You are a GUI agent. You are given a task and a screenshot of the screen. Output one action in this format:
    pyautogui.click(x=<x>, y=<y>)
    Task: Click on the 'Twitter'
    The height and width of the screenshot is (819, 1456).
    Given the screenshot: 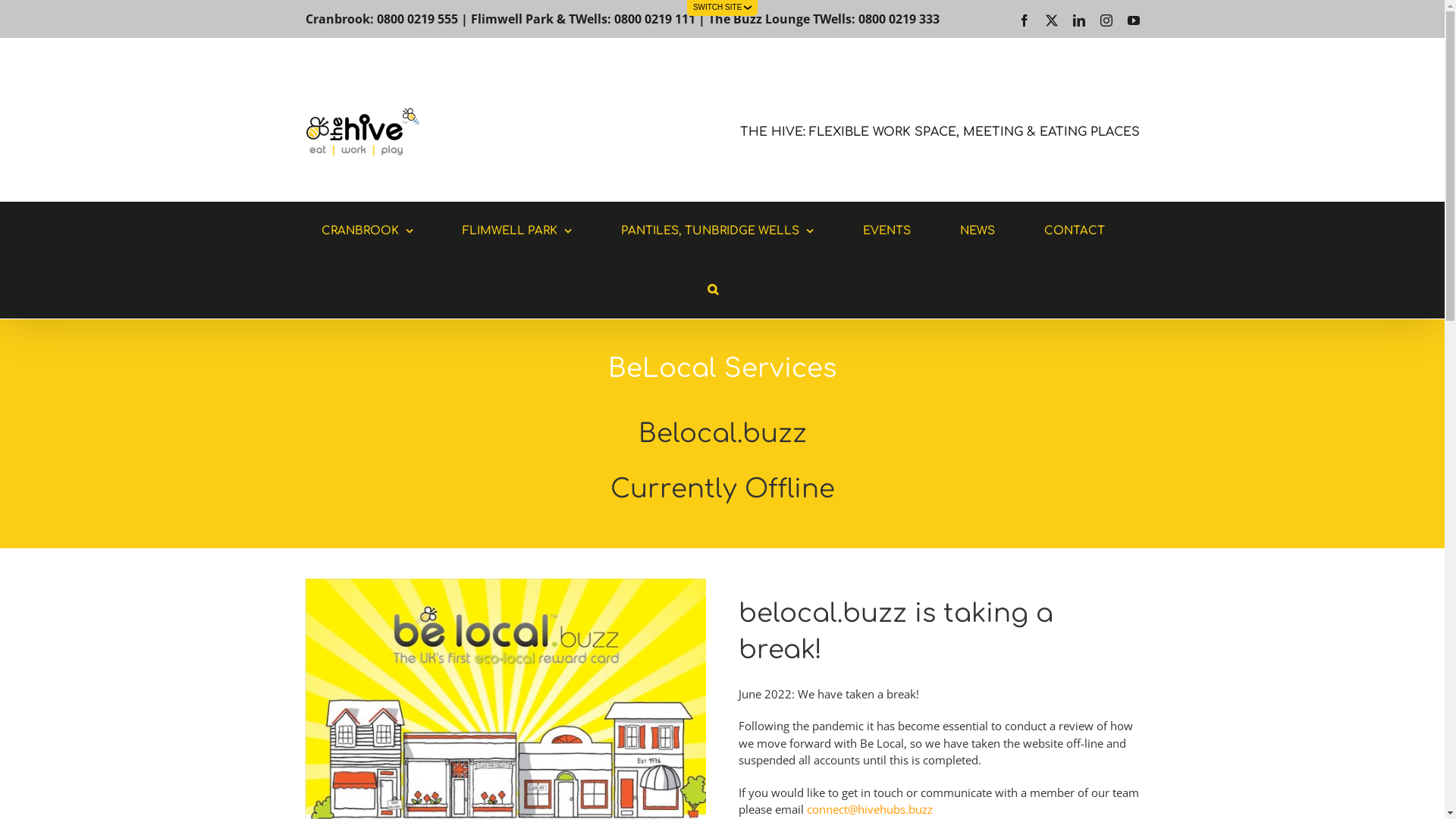 What is the action you would take?
    pyautogui.click(x=1050, y=20)
    